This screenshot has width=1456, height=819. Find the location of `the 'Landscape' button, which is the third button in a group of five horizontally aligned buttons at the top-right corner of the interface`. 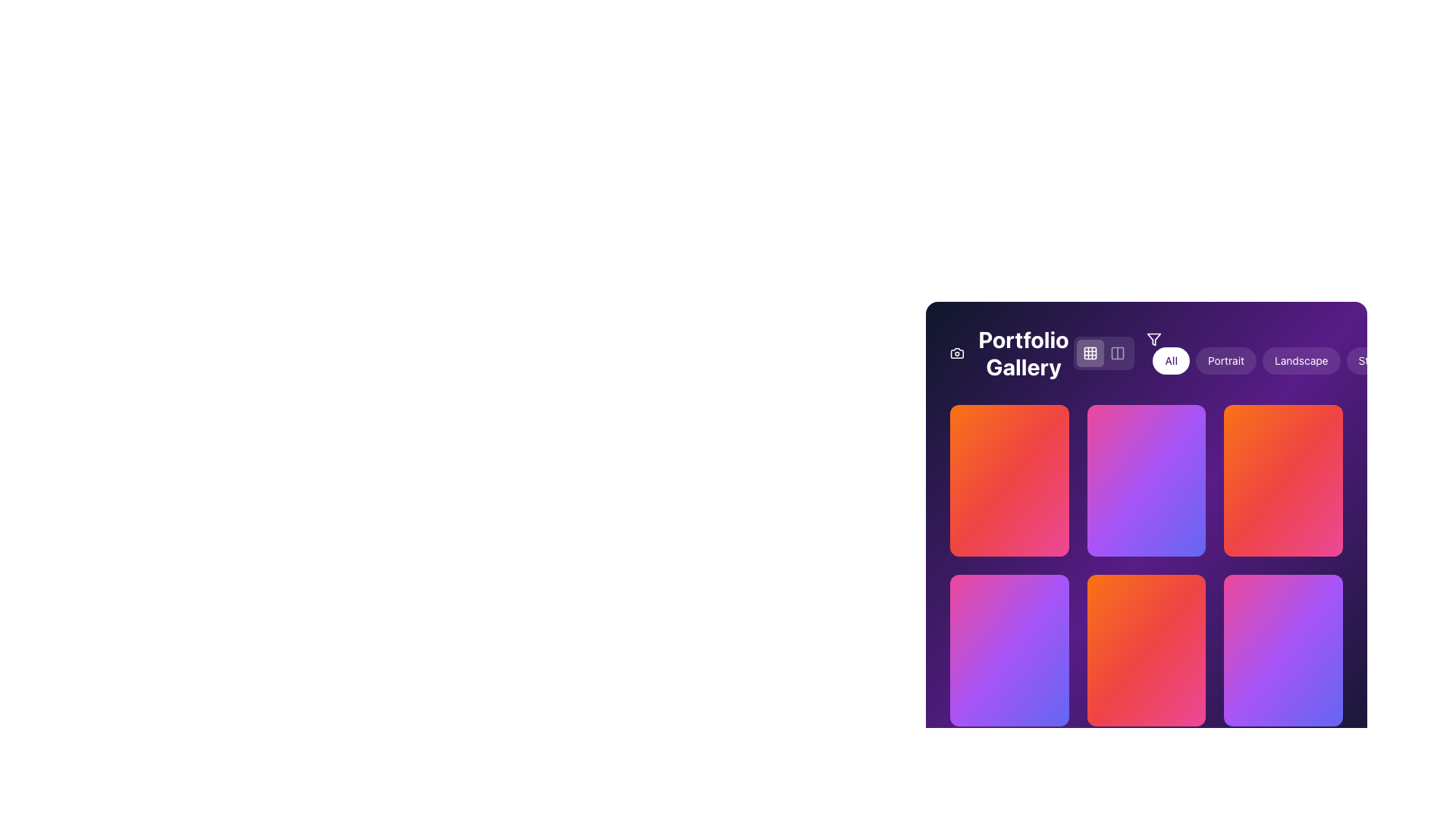

the 'Landscape' button, which is the third button in a group of five horizontally aligned buttons at the top-right corner of the interface is located at coordinates (1301, 360).